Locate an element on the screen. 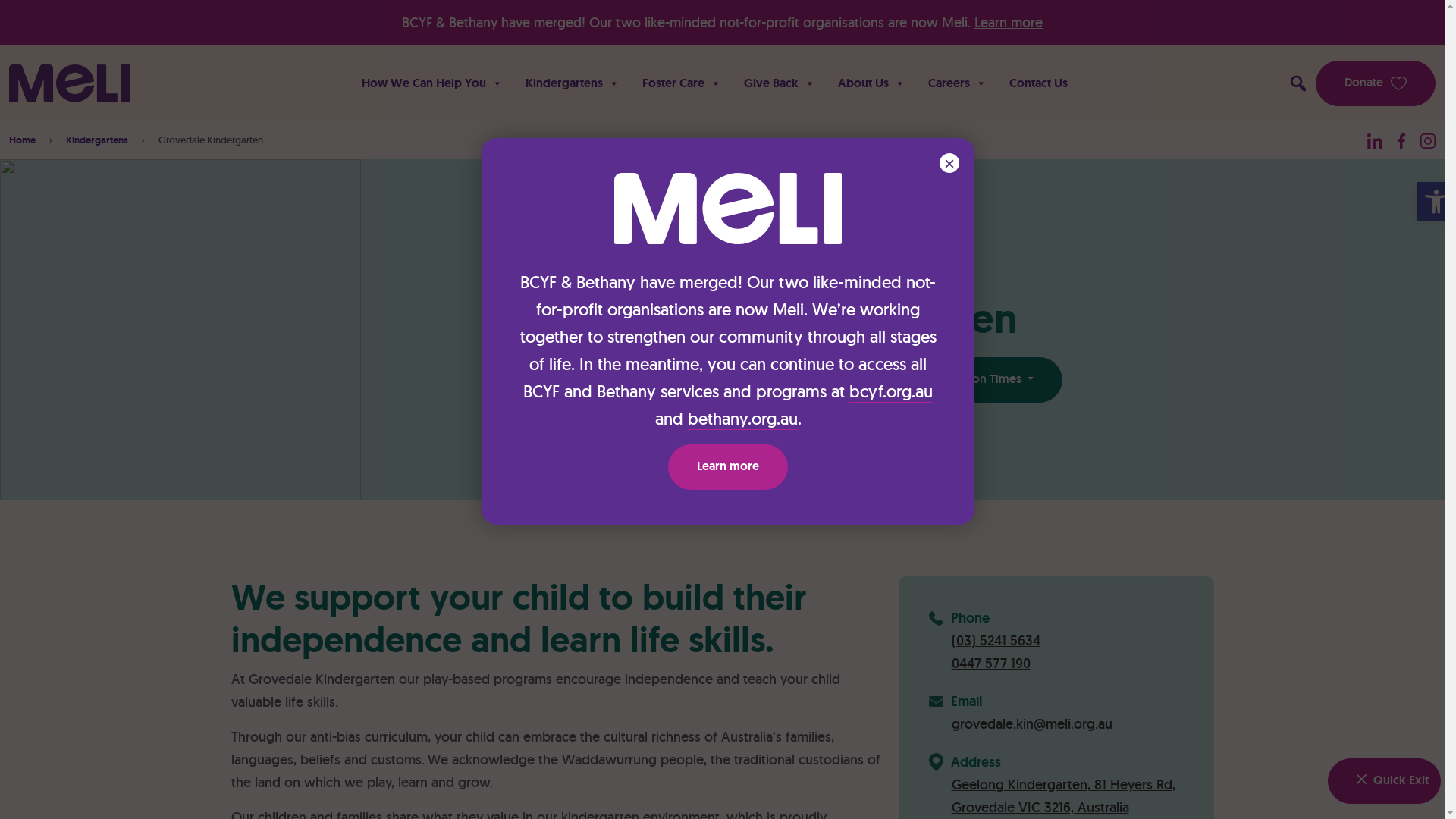 The image size is (1456, 819). 'Contact Us' is located at coordinates (1037, 83).